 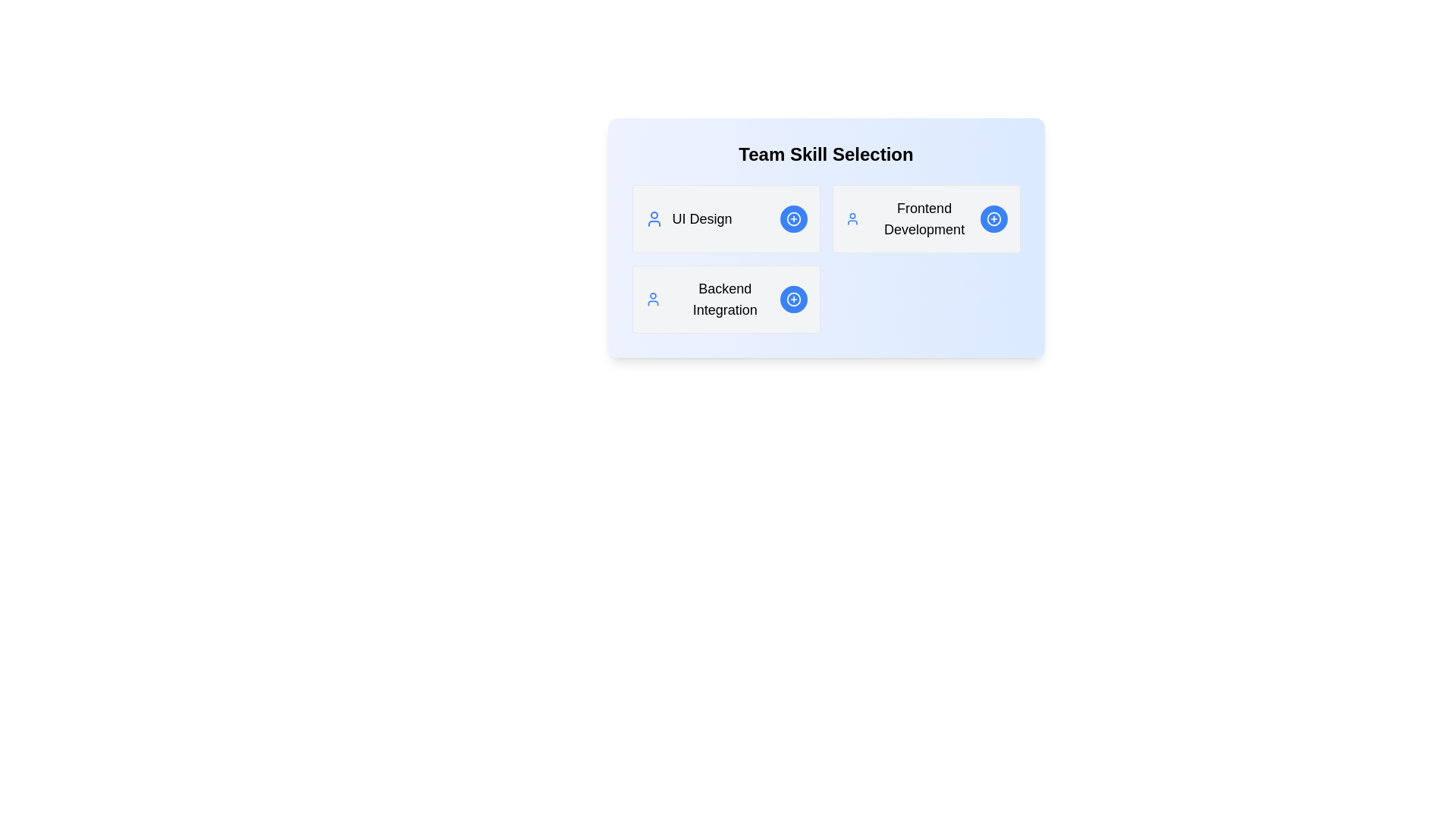 What do you see at coordinates (725, 219) in the screenshot?
I see `the skill card labeled UI Design` at bounding box center [725, 219].